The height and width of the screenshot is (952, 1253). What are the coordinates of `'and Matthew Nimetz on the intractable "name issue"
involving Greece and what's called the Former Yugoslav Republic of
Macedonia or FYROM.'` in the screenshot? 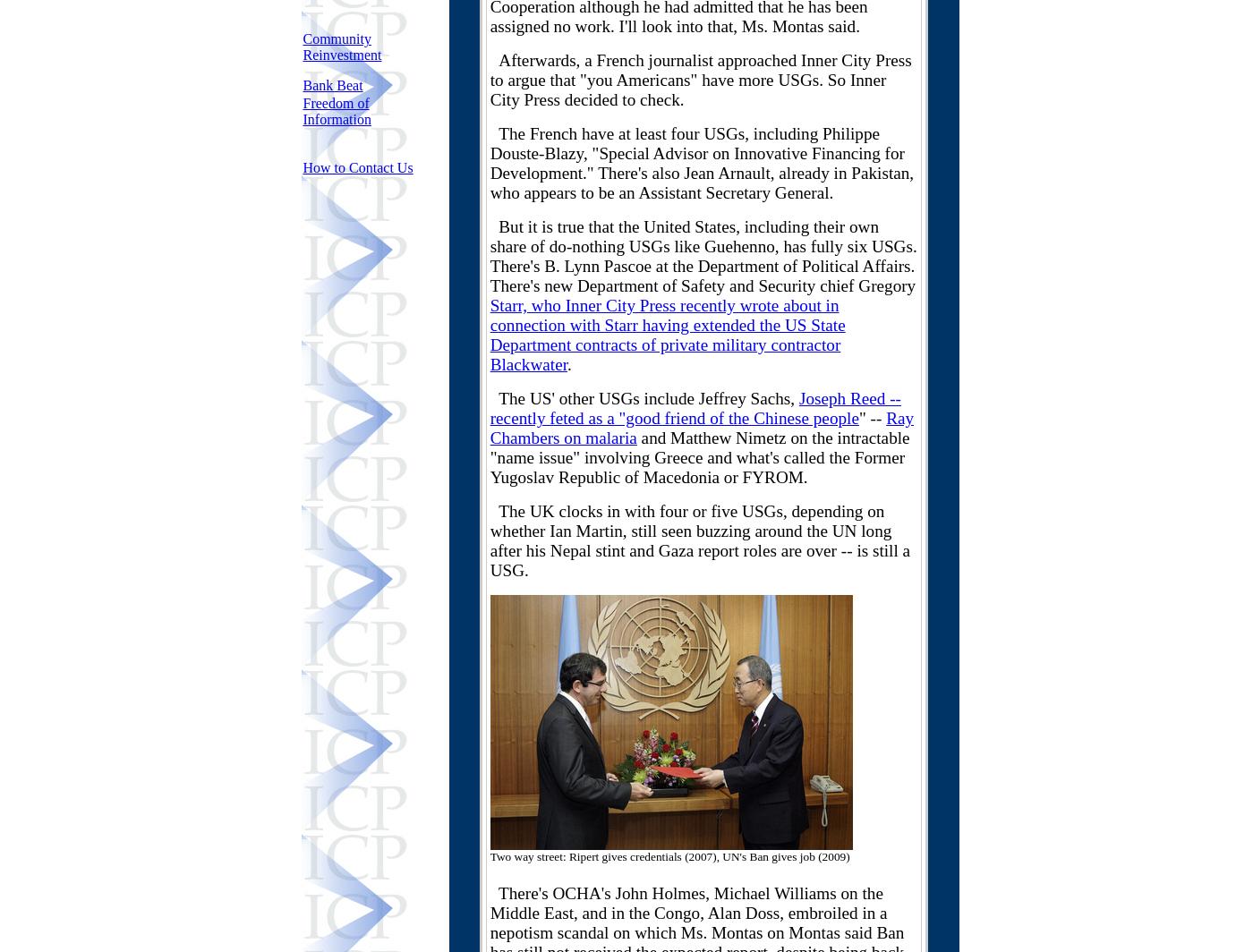 It's located at (699, 457).